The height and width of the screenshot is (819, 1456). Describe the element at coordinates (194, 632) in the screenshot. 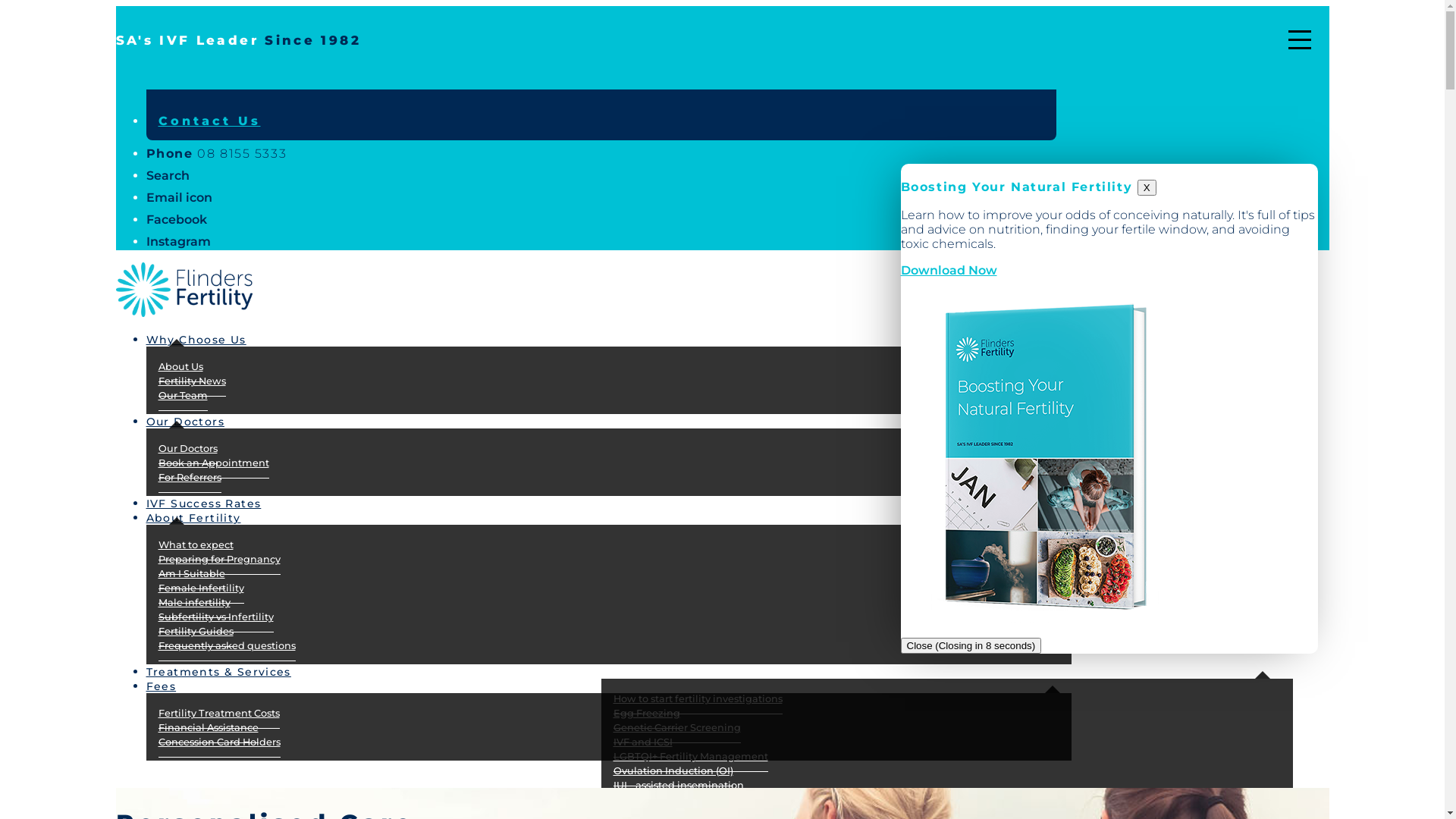

I see `'Fertility Guides'` at that location.